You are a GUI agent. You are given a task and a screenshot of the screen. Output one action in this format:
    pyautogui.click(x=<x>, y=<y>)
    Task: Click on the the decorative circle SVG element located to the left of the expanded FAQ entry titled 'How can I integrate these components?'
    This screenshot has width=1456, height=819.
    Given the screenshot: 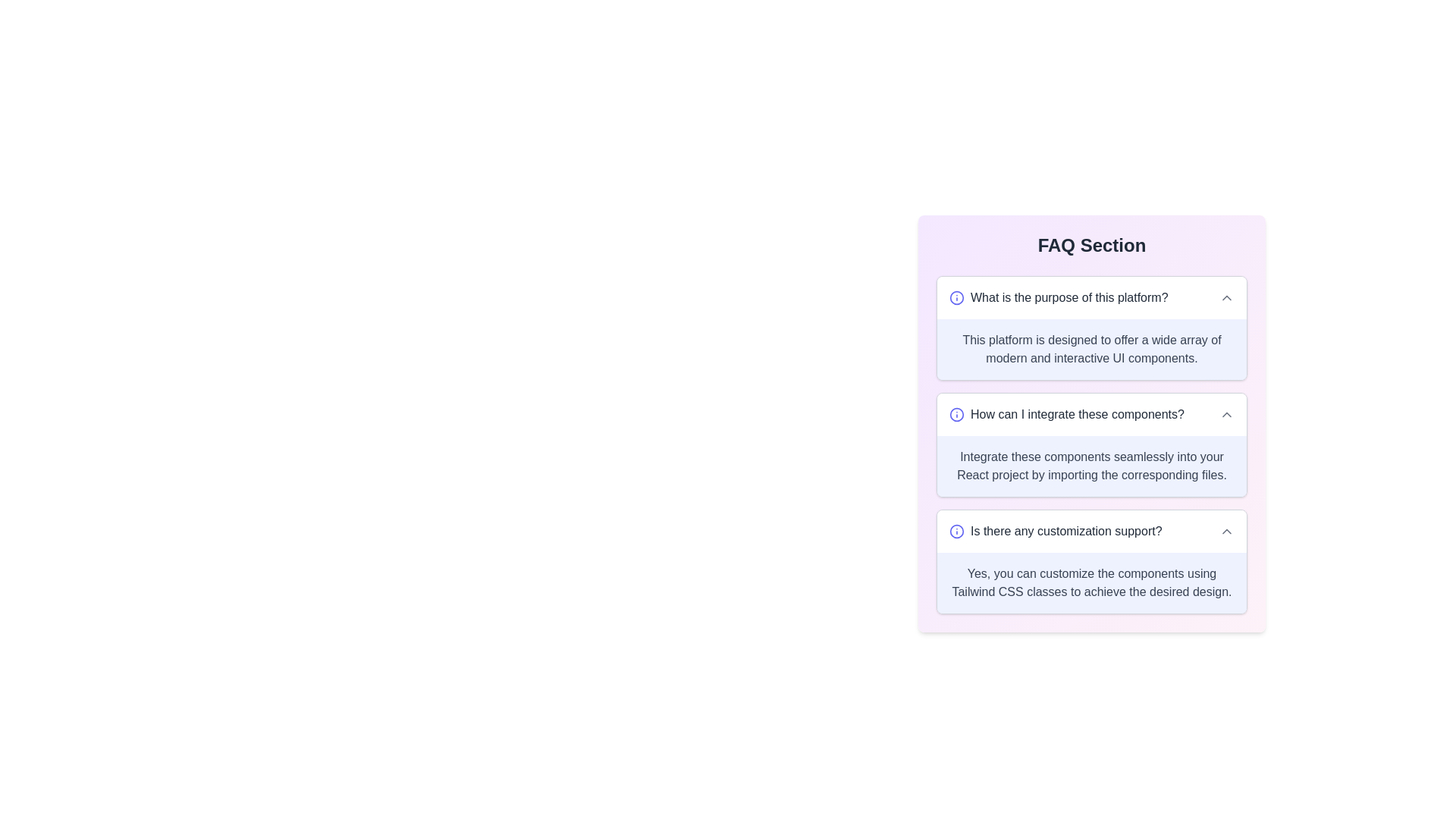 What is the action you would take?
    pyautogui.click(x=956, y=415)
    